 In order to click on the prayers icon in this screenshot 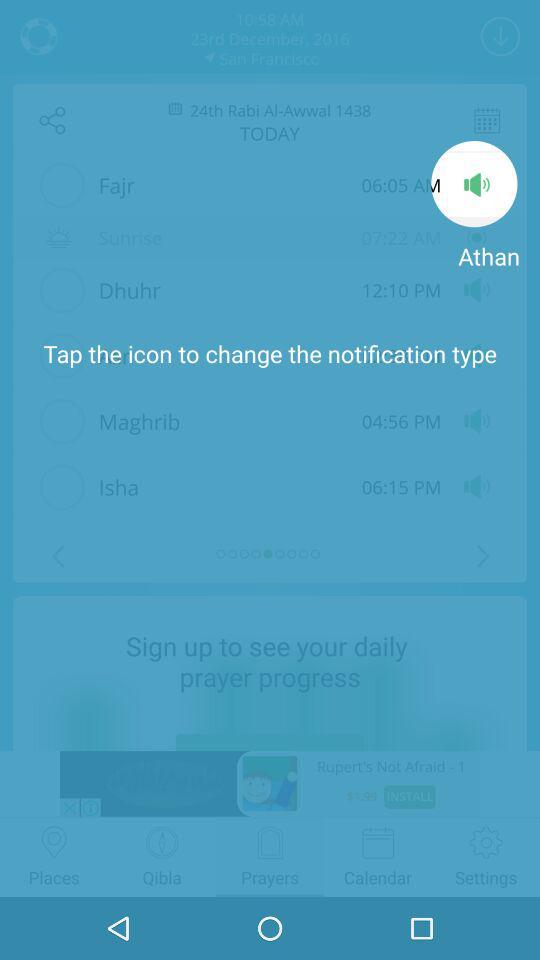, I will do `click(270, 841)`.